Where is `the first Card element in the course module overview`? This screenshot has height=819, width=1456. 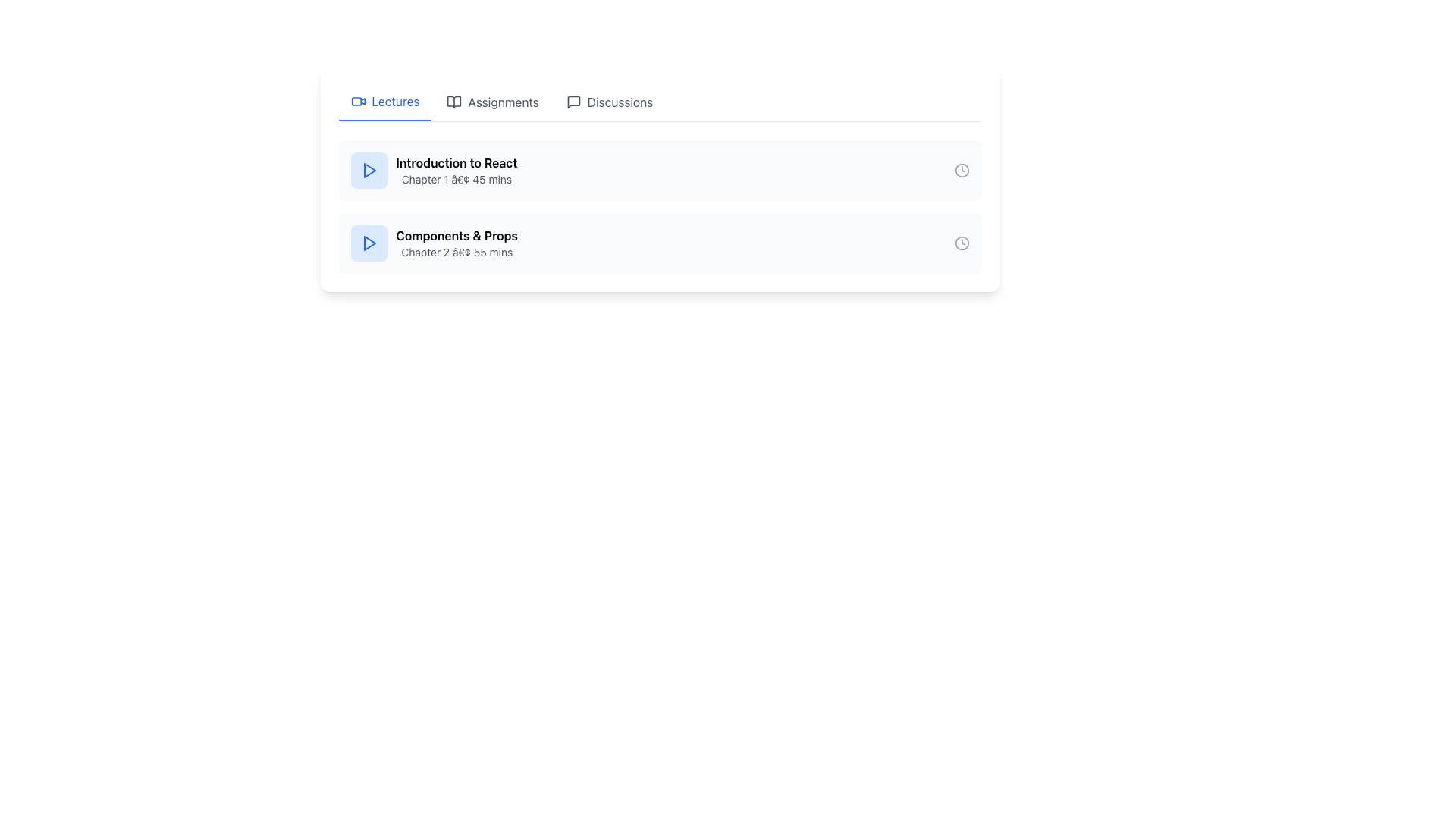 the first Card element in the course module overview is located at coordinates (660, 170).